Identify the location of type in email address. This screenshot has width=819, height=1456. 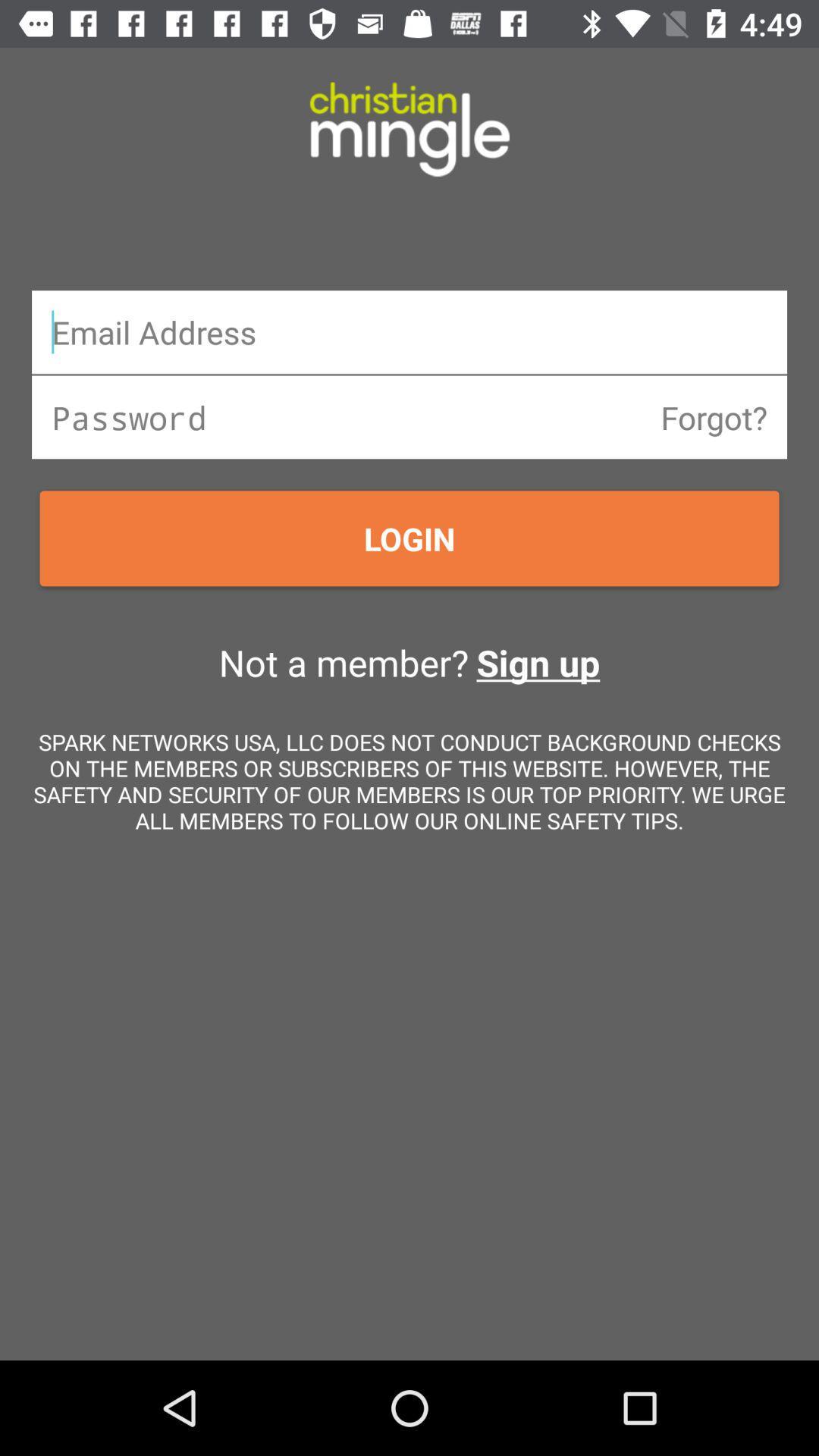
(409, 331).